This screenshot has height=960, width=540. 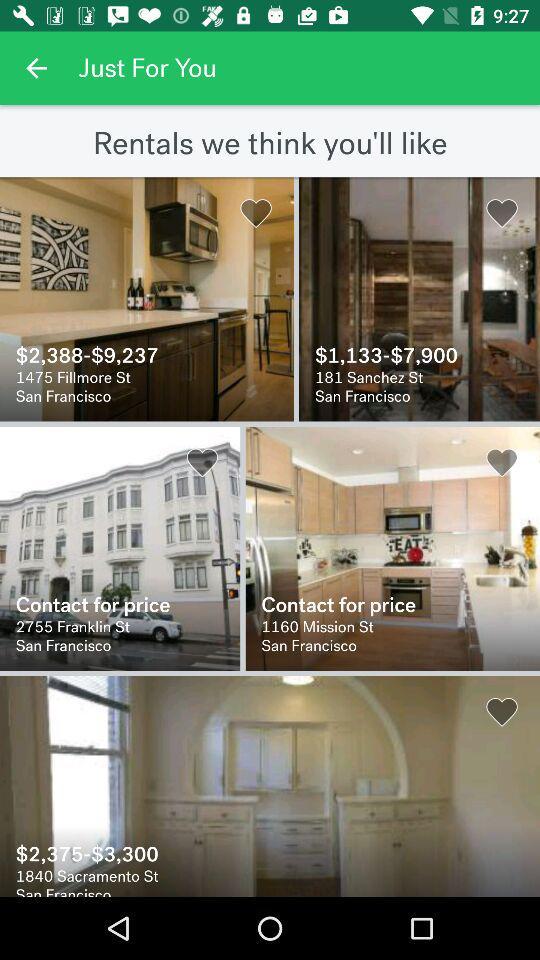 I want to click on back page, so click(x=36, y=68).